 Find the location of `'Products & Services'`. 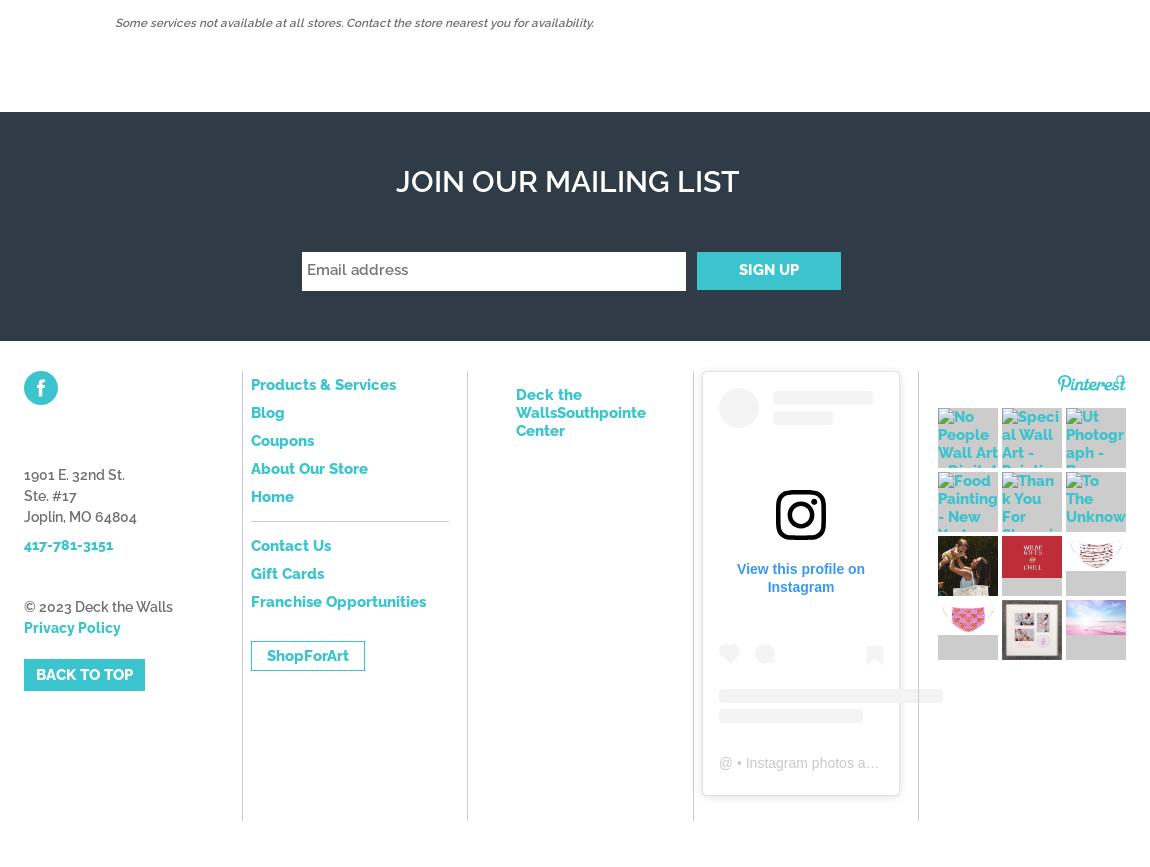

'Products & Services' is located at coordinates (322, 383).